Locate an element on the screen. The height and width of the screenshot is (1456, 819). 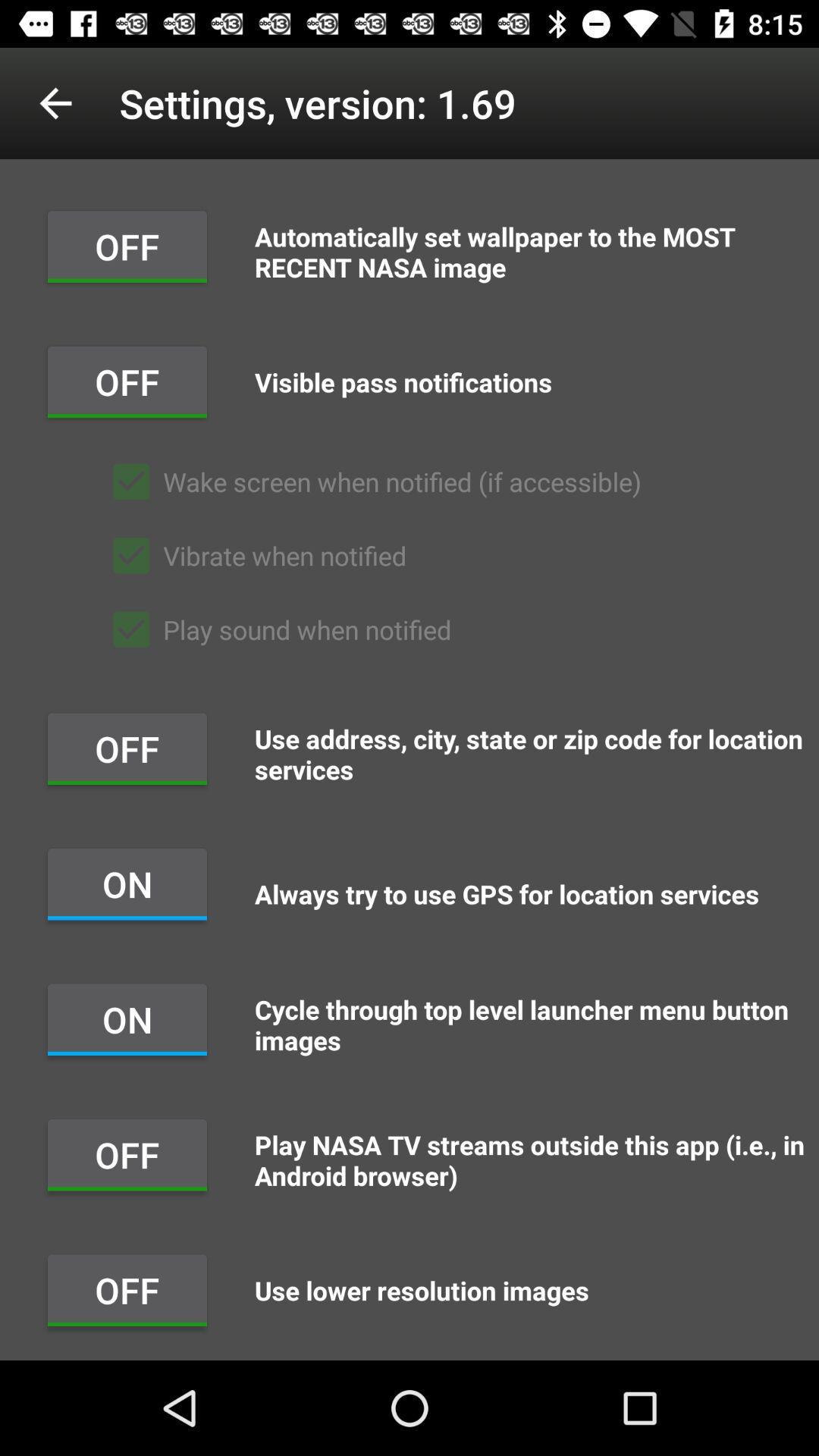
item above vibrate when notified is located at coordinates (370, 481).